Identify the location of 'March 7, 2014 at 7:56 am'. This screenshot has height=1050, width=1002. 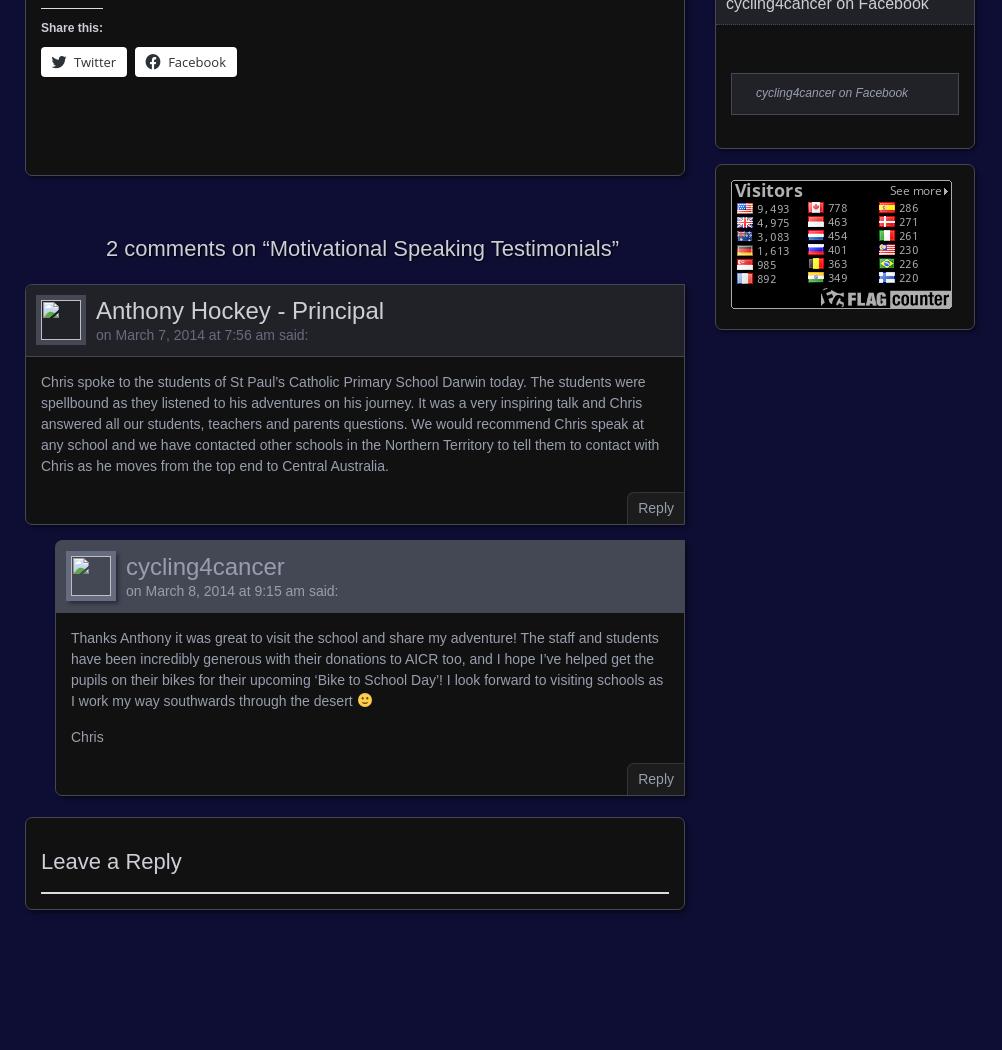
(194, 334).